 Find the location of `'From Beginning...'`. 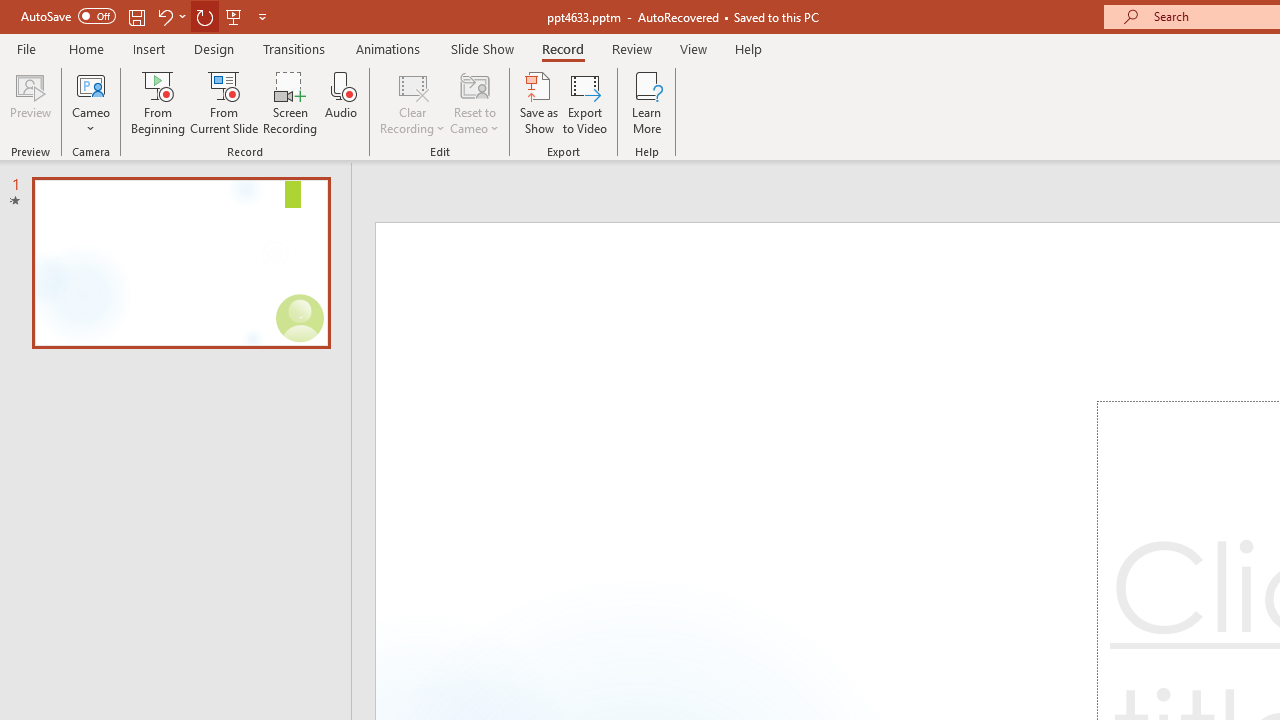

'From Beginning...' is located at coordinates (157, 103).